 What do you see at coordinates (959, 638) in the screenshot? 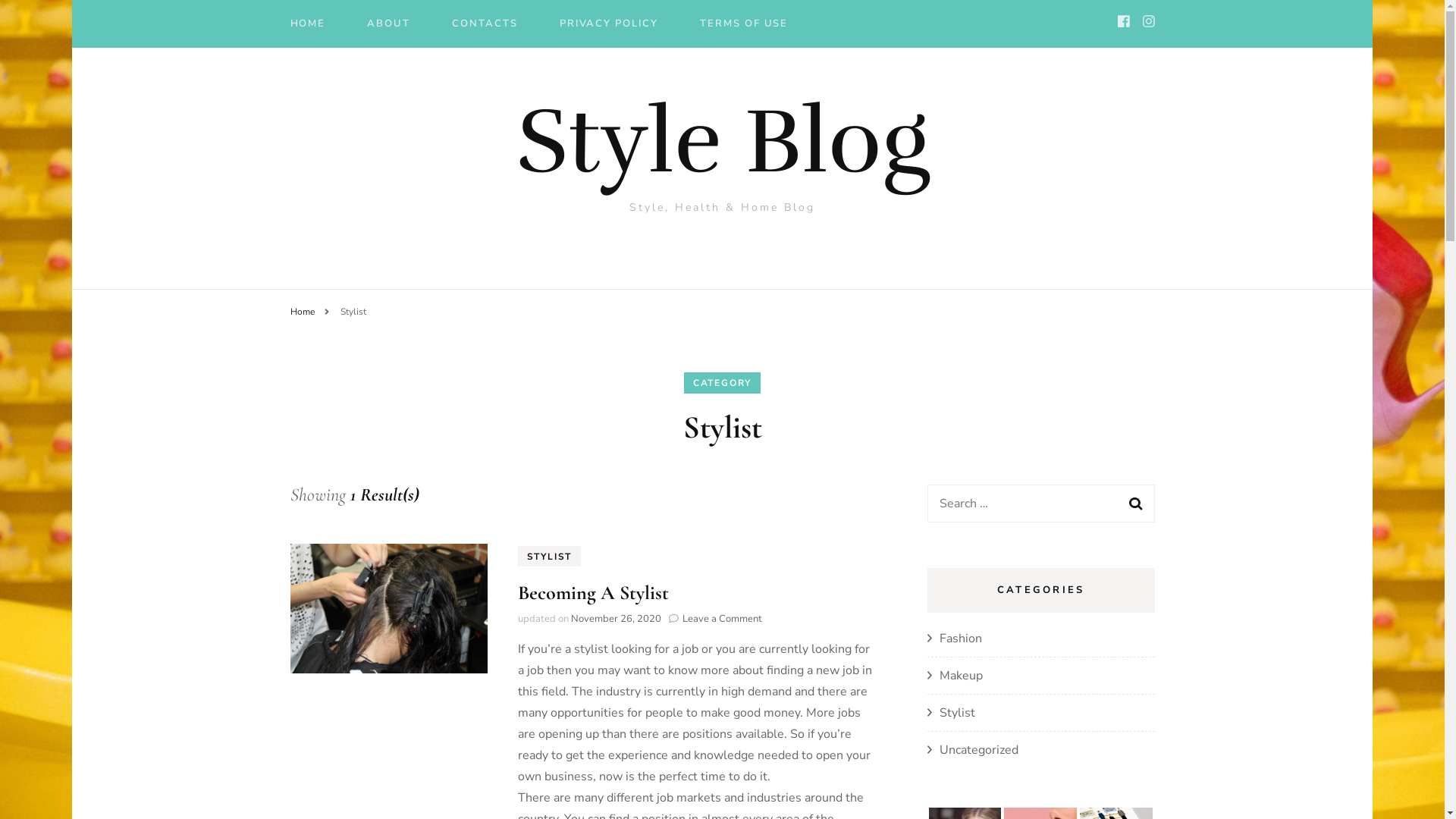
I see `'Fashion'` at bounding box center [959, 638].